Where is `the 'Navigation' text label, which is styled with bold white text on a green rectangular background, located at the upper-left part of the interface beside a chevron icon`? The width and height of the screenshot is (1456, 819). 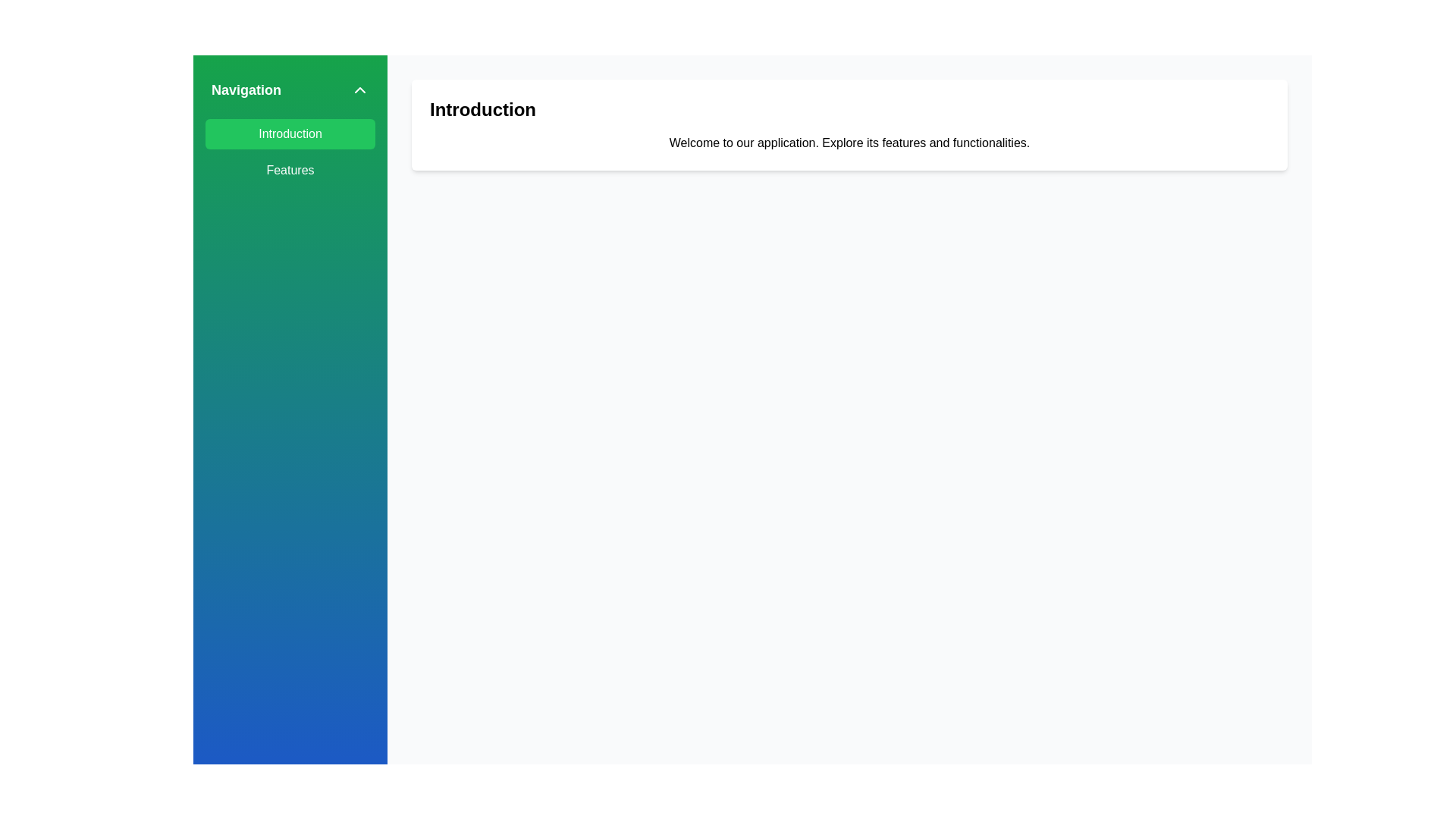 the 'Navigation' text label, which is styled with bold white text on a green rectangular background, located at the upper-left part of the interface beside a chevron icon is located at coordinates (246, 90).